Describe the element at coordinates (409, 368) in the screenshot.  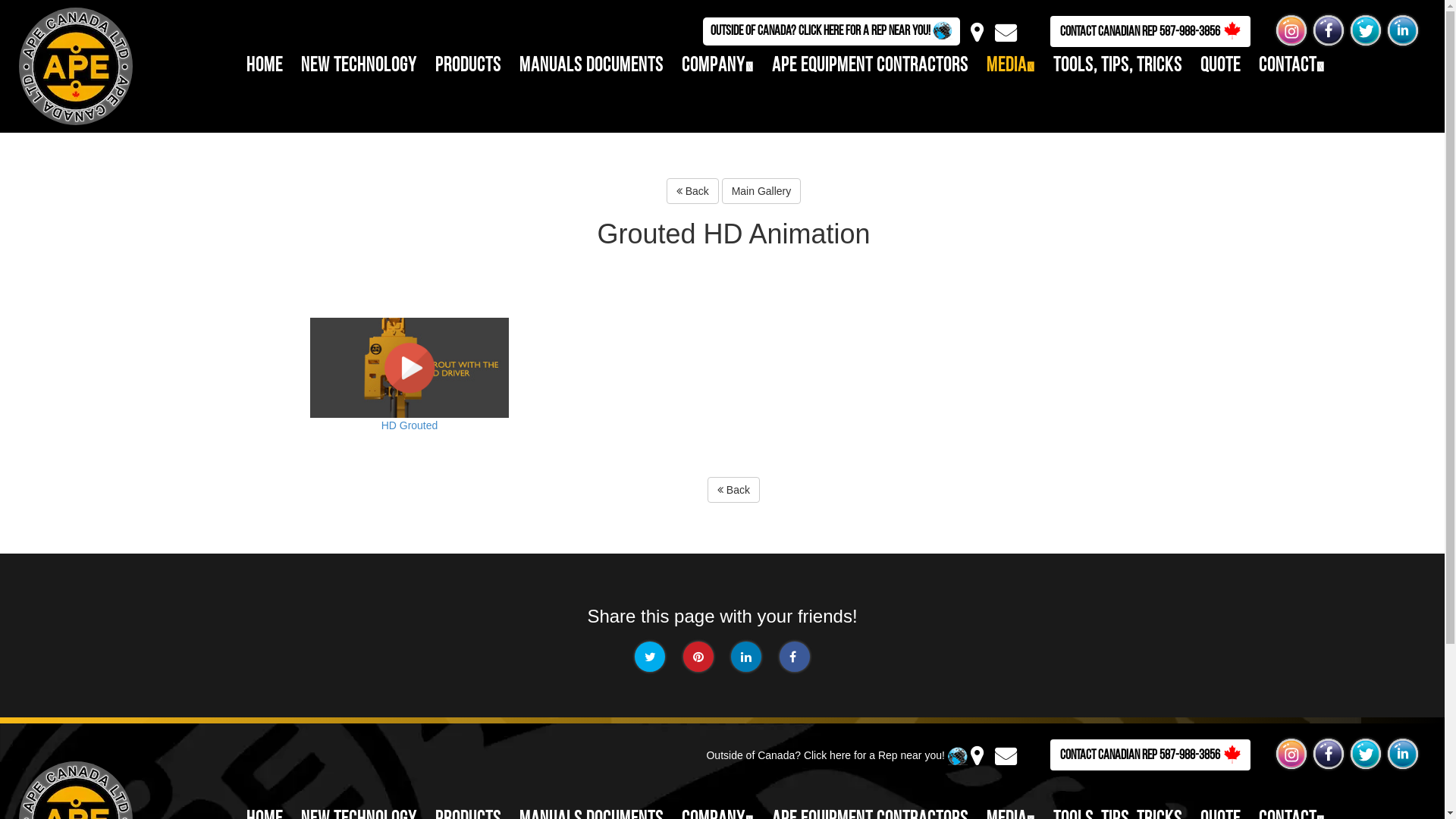
I see `'HD Grouted'` at that location.